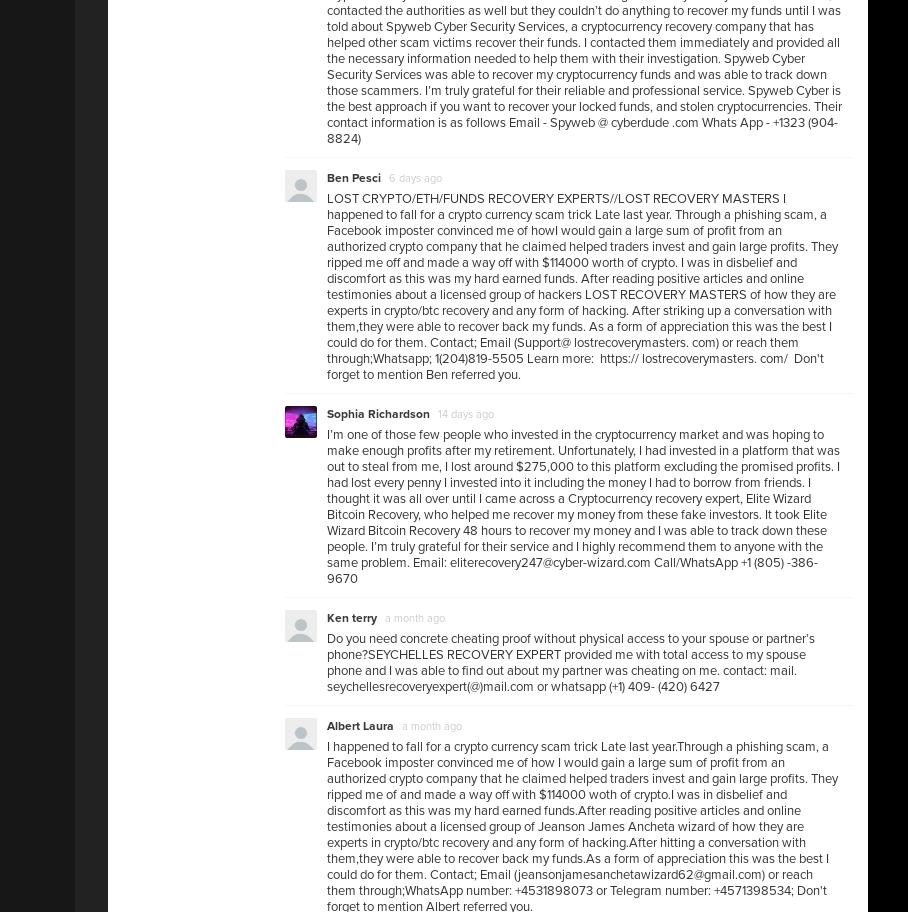 The height and width of the screenshot is (912, 908). Describe the element at coordinates (354, 178) in the screenshot. I see `'Ben Pesci'` at that location.